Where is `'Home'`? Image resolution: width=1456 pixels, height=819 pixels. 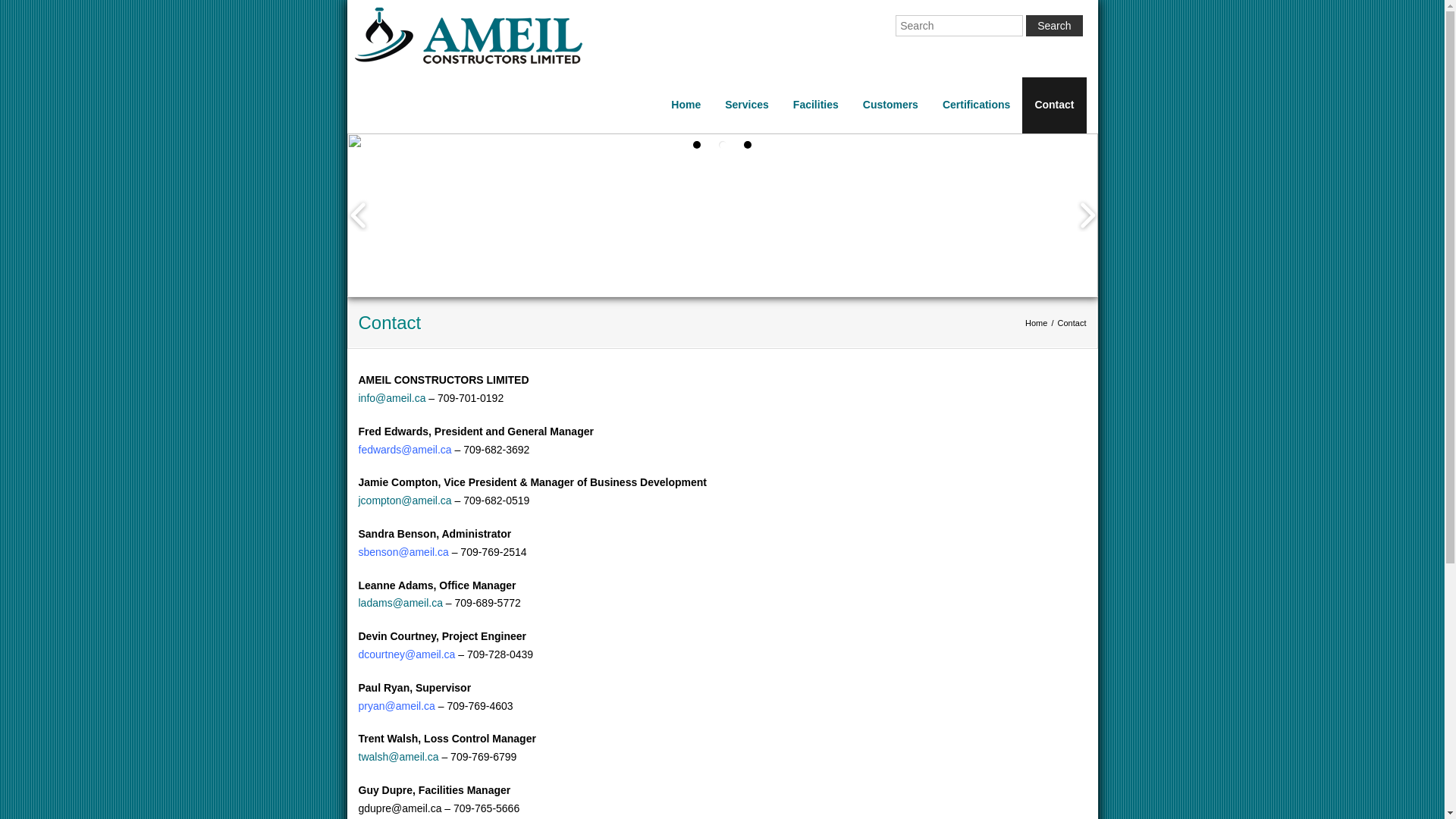
'Home' is located at coordinates (1035, 322).